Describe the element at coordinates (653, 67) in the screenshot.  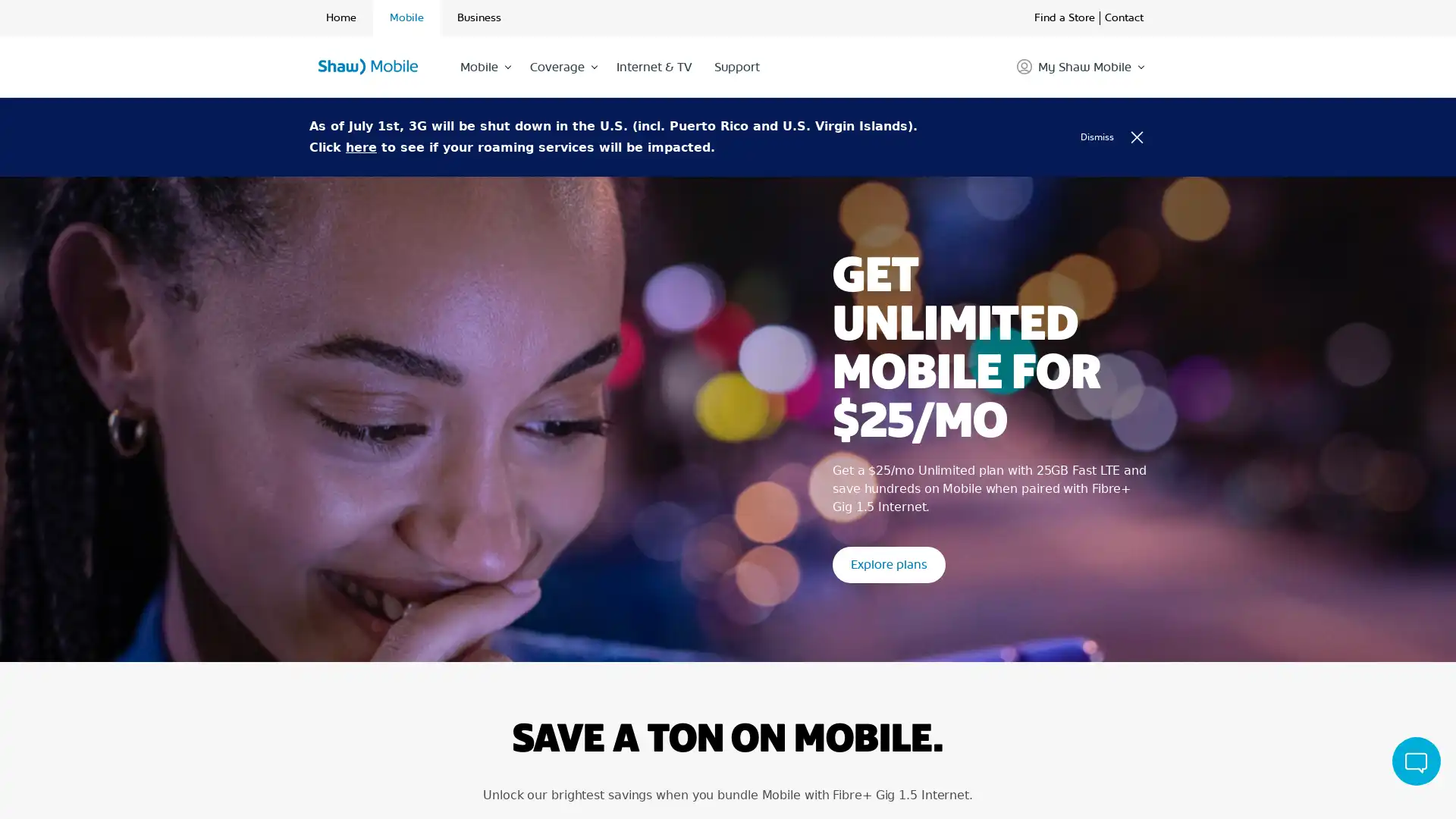
I see `Internet & TV` at that location.